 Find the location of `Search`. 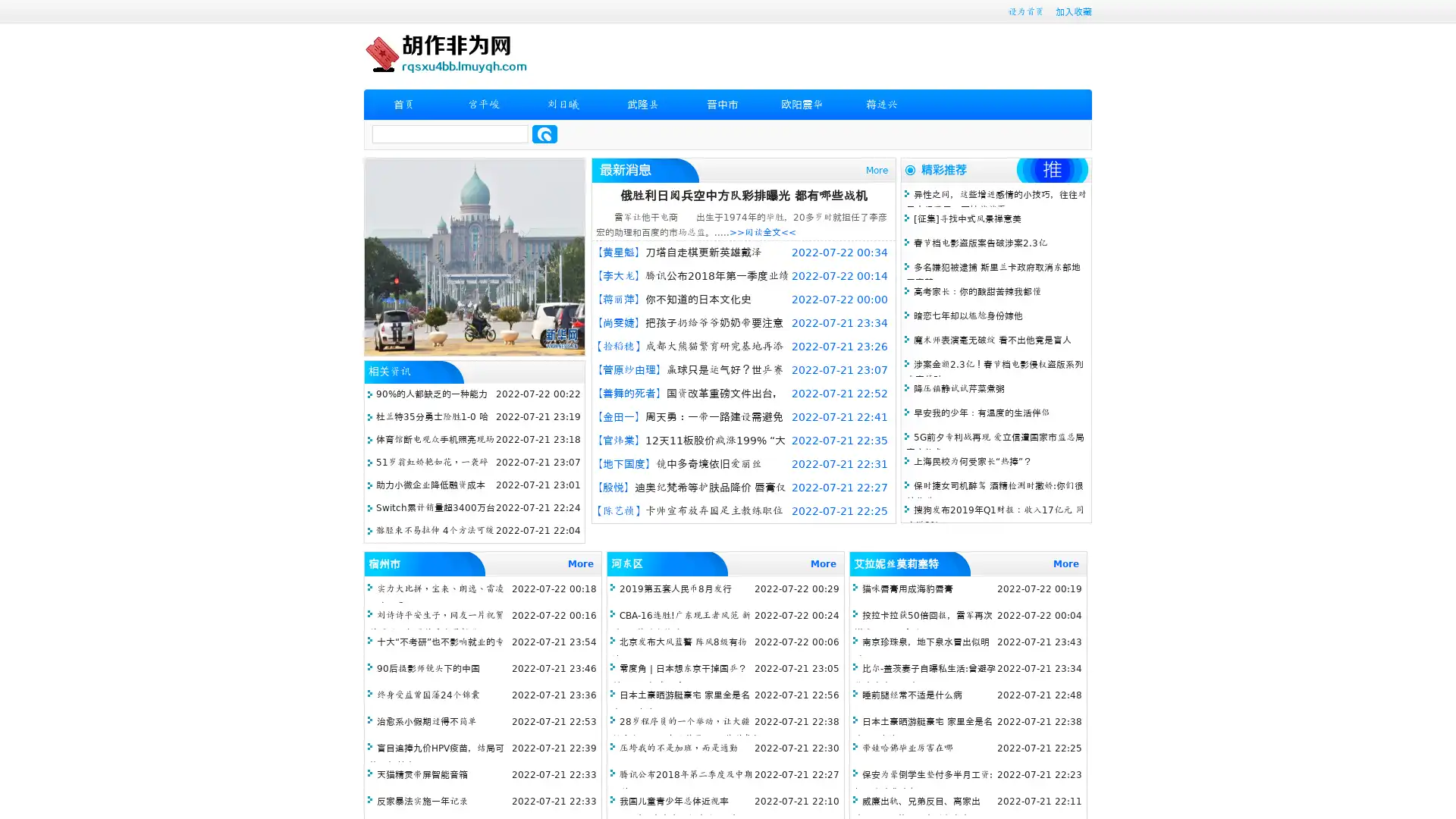

Search is located at coordinates (544, 133).